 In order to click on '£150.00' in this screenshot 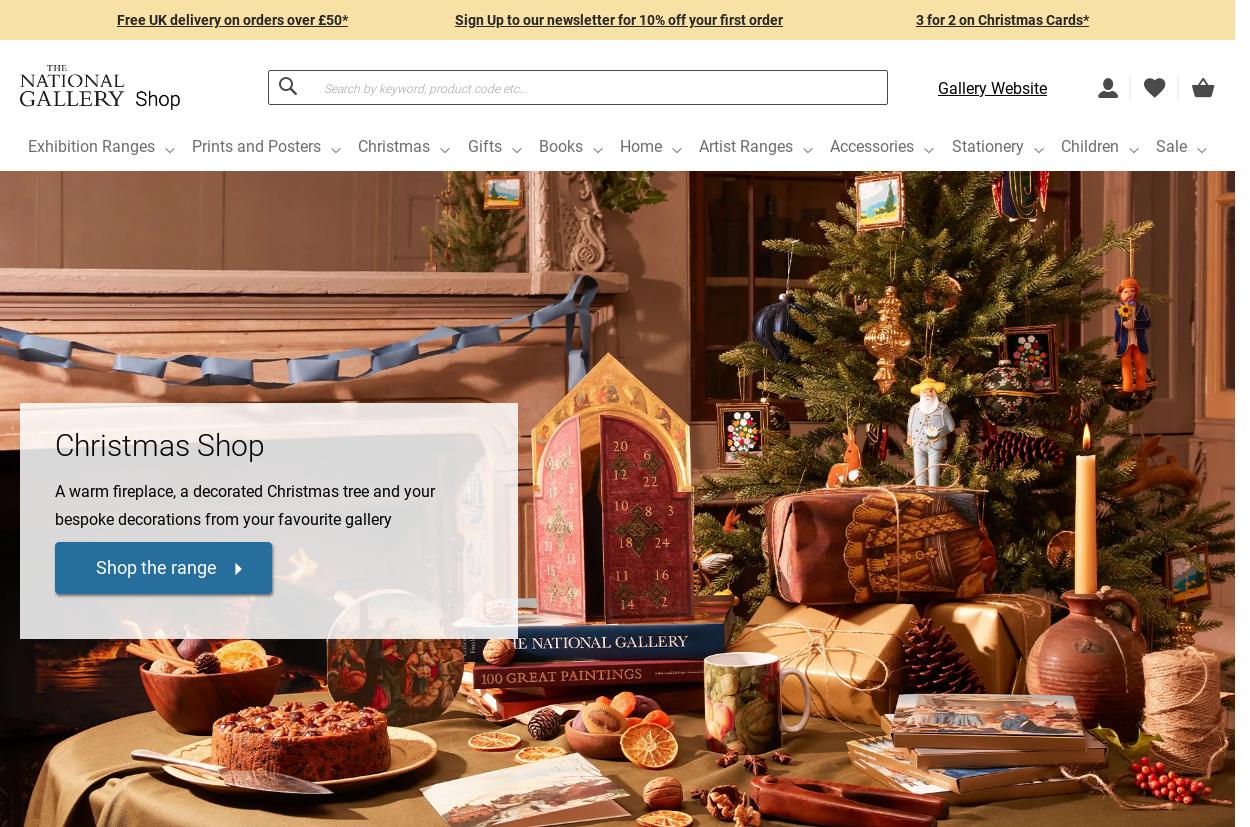, I will do `click(352, 736)`.